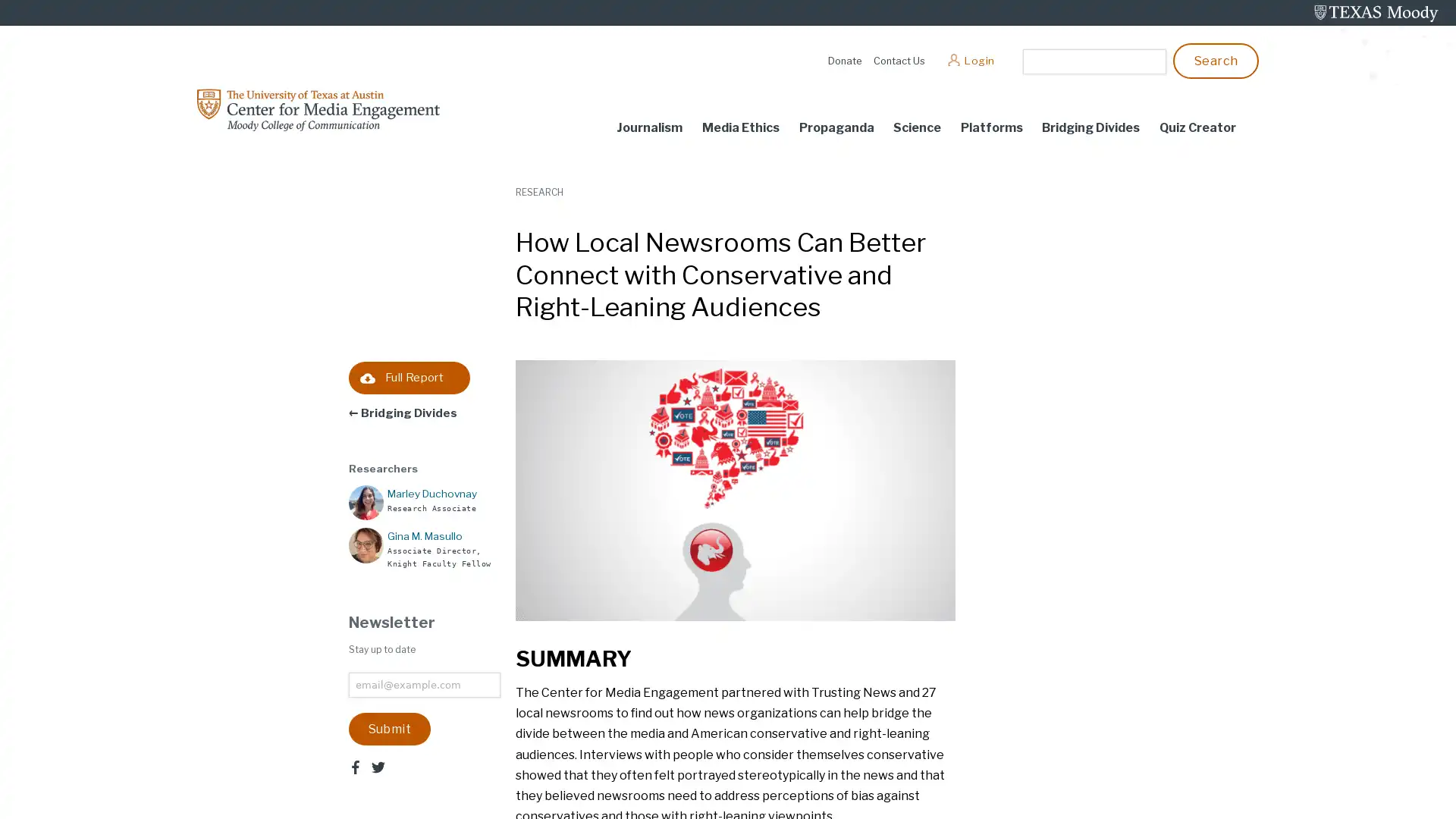 The height and width of the screenshot is (819, 1456). Describe the element at coordinates (389, 727) in the screenshot. I see `Submit` at that location.